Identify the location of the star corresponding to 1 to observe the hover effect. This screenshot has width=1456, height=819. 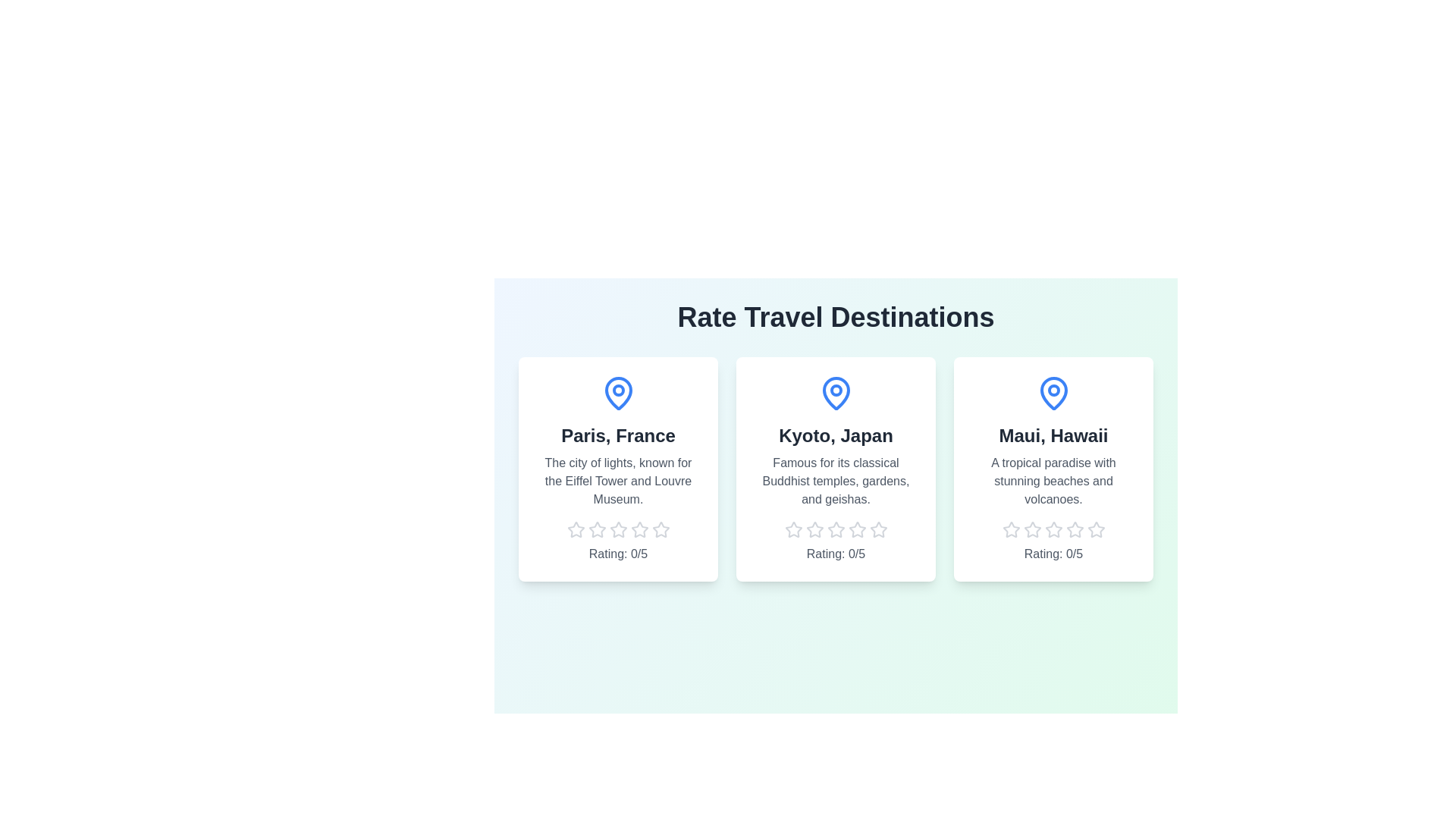
(575, 529).